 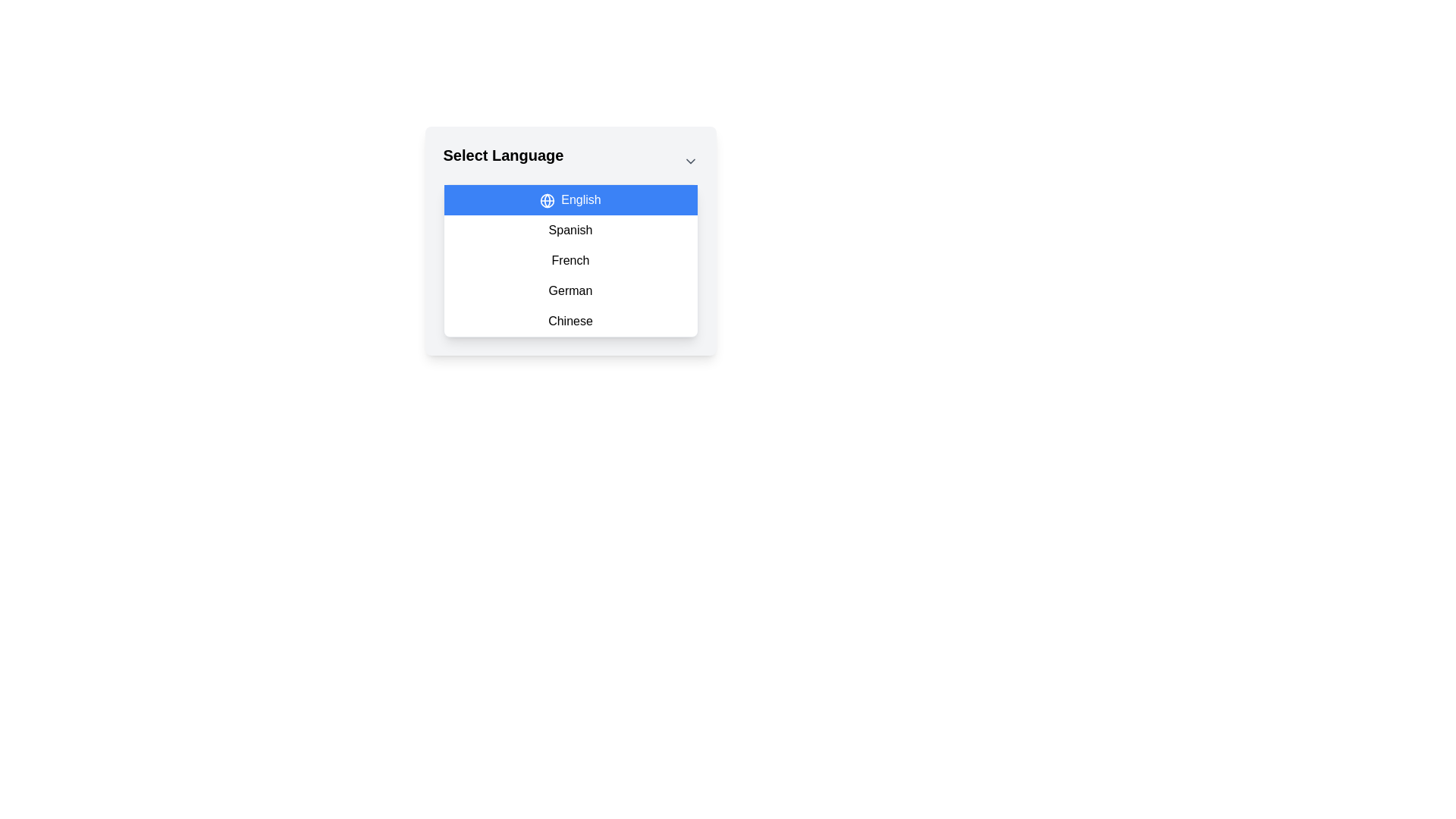 I want to click on the small globe icon in the highlighted language selection dropdown menu, located to the left of the 'English' text, so click(x=547, y=199).